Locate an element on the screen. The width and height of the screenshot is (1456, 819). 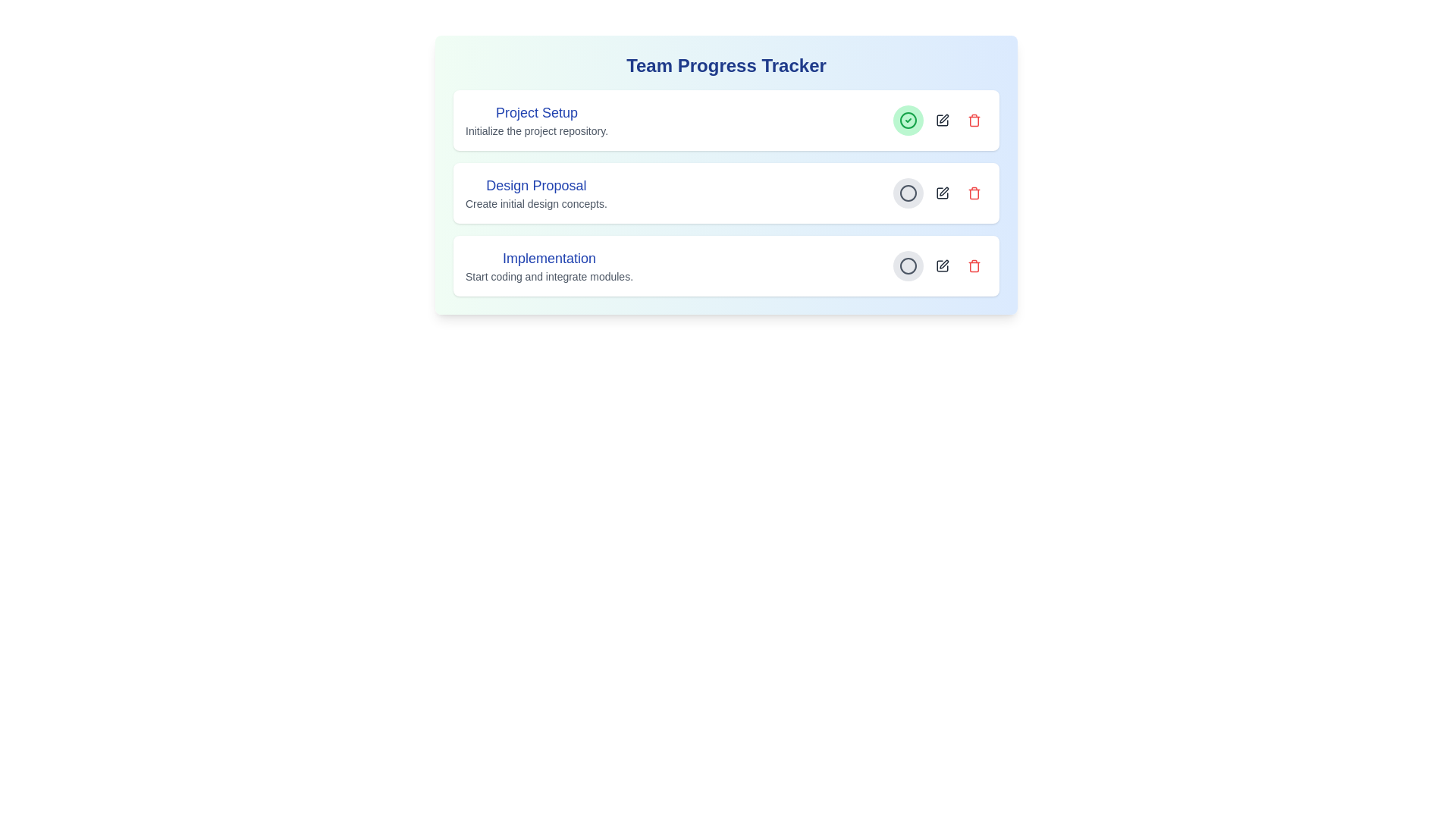
edit button for the task titled 'Project Setup' is located at coordinates (942, 119).